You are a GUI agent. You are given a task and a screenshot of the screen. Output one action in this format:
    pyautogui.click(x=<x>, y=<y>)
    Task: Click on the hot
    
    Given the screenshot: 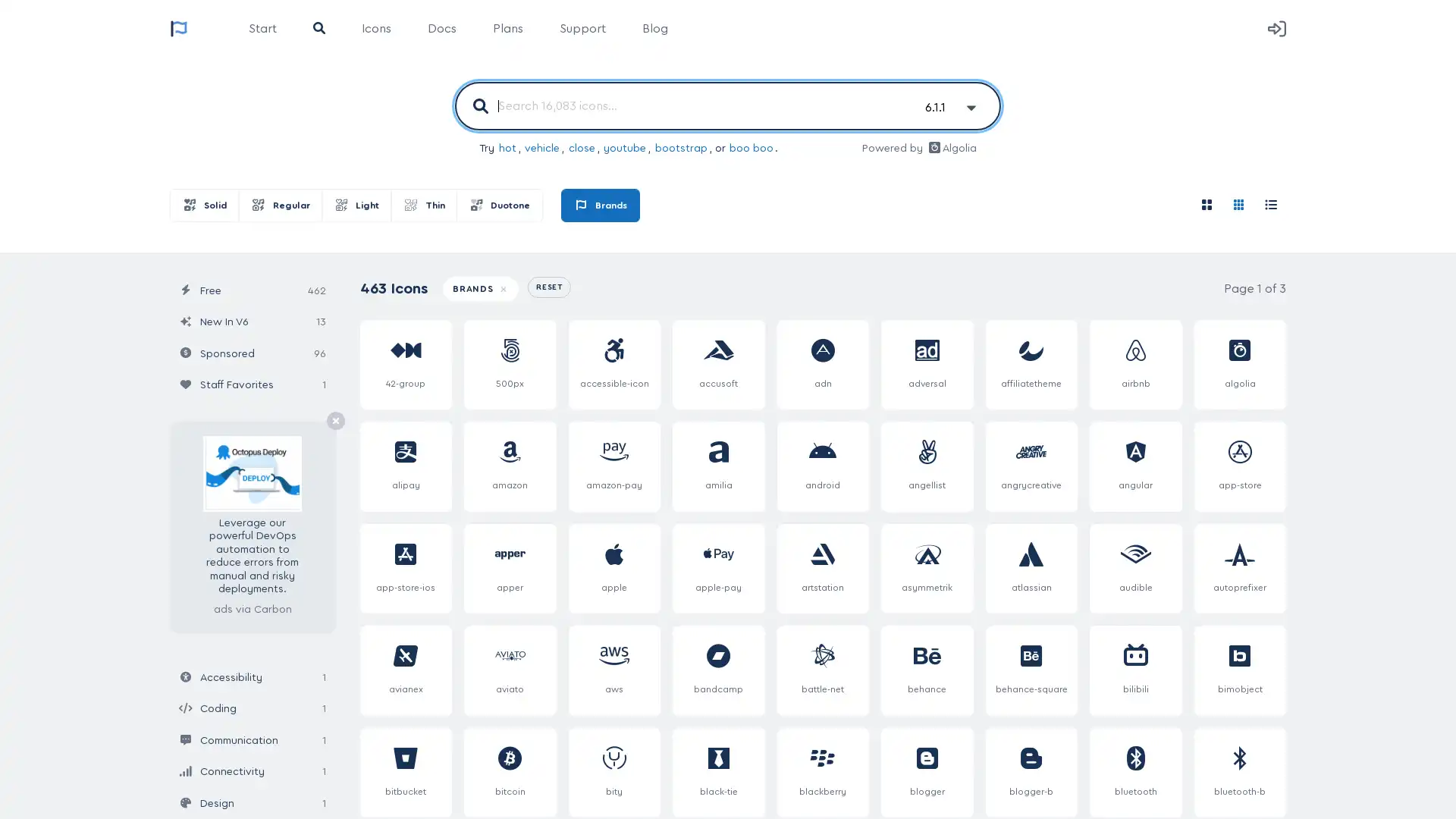 What is the action you would take?
    pyautogui.click(x=507, y=149)
    